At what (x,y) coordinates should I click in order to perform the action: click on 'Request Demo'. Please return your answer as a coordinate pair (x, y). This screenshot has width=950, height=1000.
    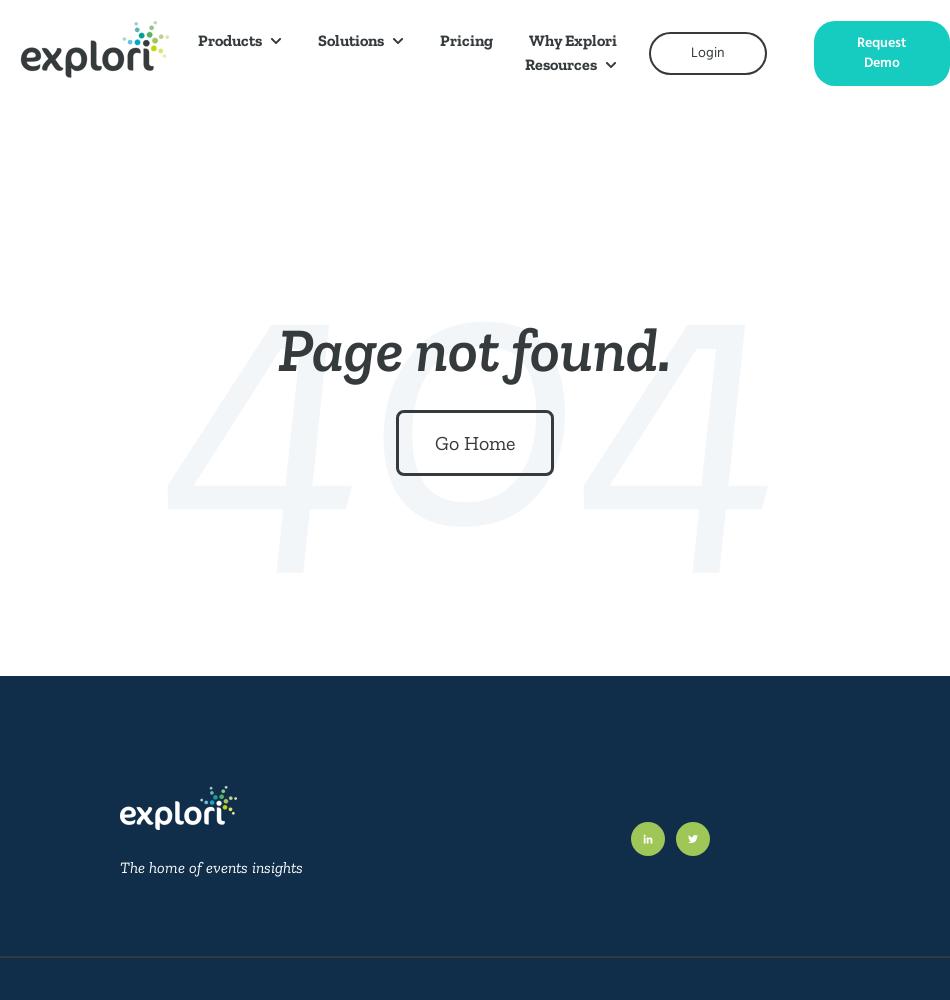
    Looking at the image, I should click on (880, 53).